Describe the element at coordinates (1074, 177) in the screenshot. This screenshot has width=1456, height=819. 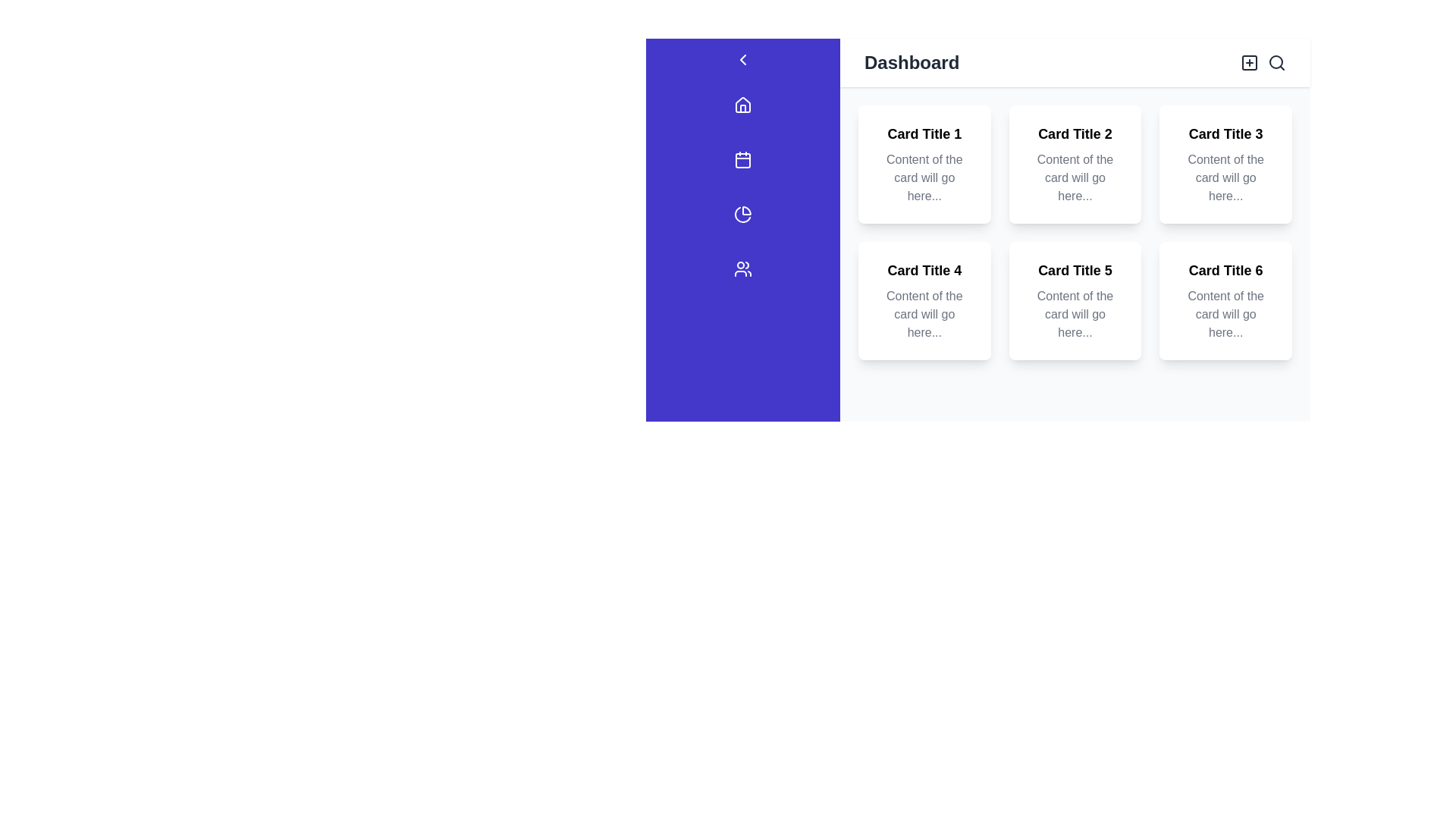
I see `the gray-colored static text element that contains the content 'Content of the card will go here...' located within the second card titled 'Card Title 2'` at that location.